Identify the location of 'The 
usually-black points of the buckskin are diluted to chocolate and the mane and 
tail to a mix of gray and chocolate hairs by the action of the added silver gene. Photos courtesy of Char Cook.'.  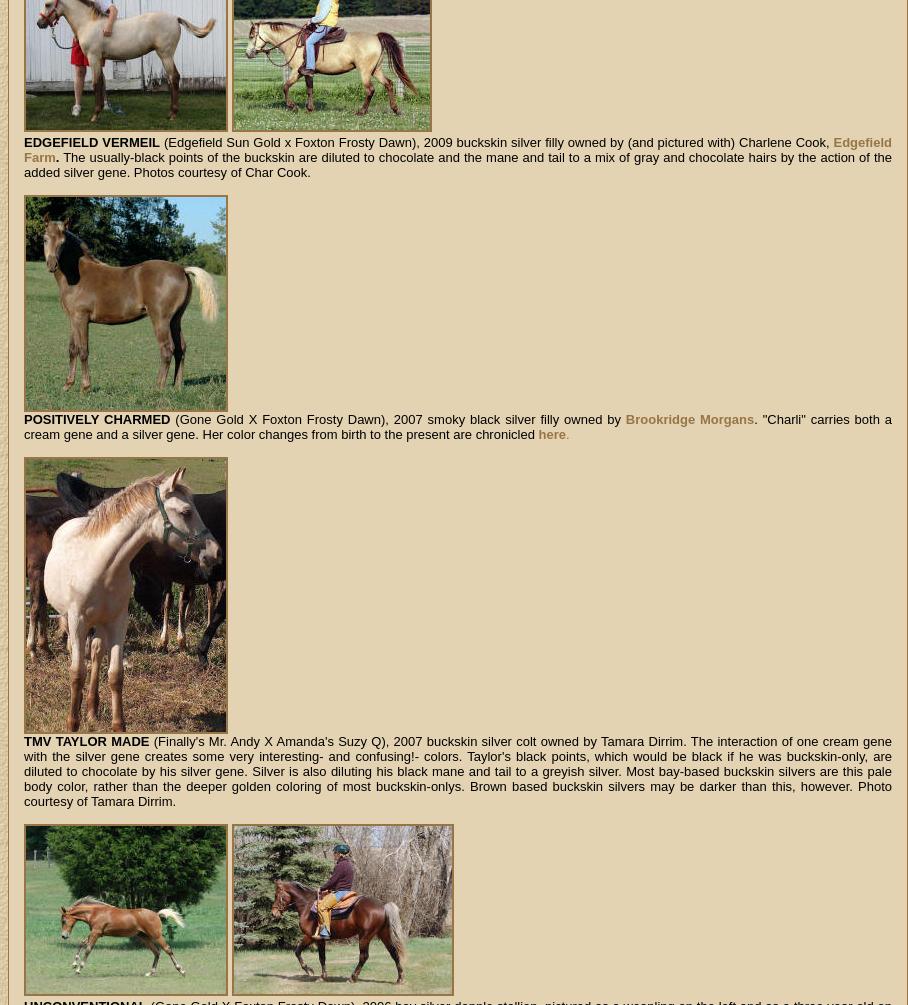
(456, 165).